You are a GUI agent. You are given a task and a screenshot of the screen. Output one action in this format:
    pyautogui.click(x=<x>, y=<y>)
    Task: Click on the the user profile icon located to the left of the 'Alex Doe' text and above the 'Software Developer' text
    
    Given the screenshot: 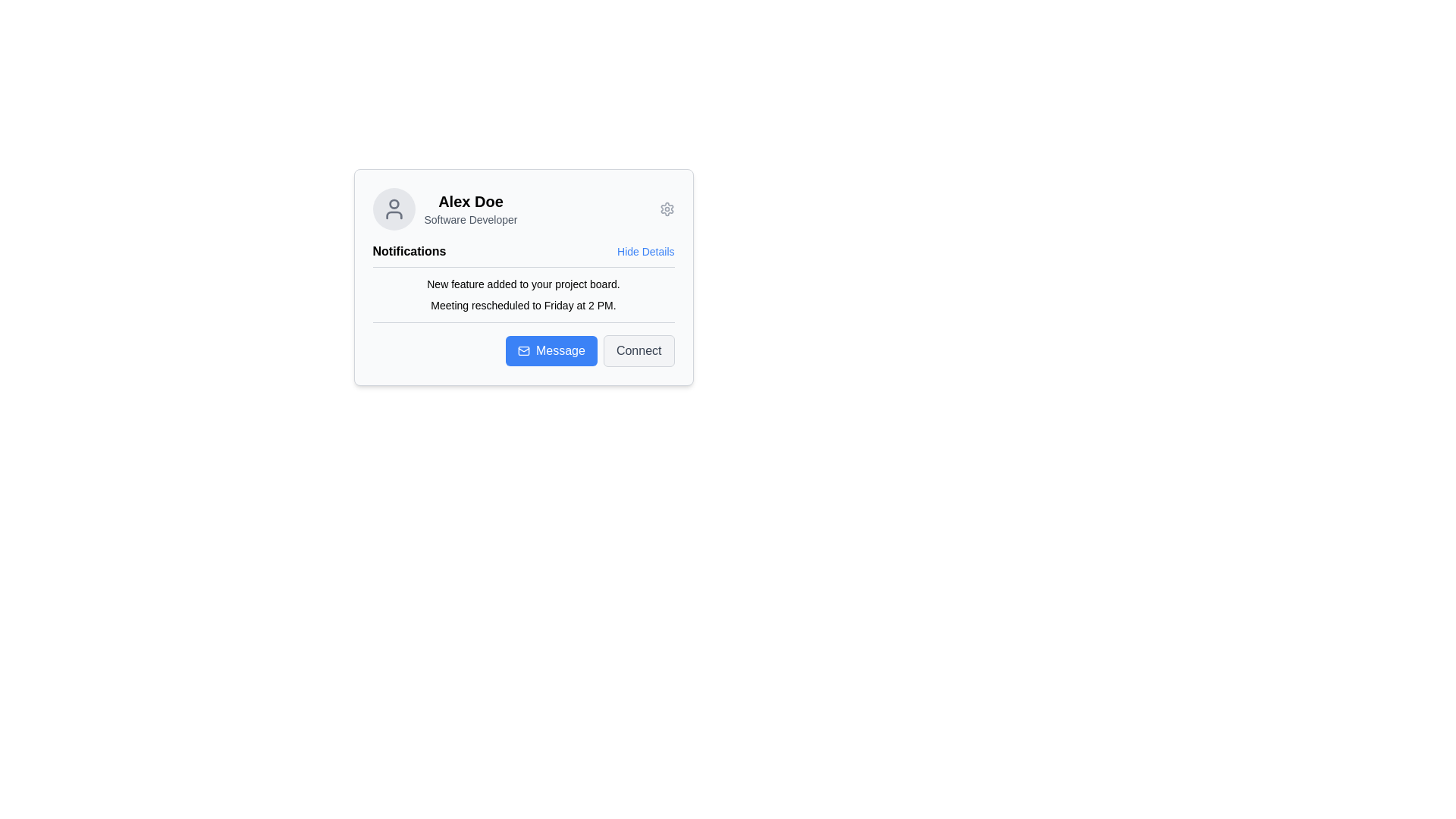 What is the action you would take?
    pyautogui.click(x=394, y=209)
    